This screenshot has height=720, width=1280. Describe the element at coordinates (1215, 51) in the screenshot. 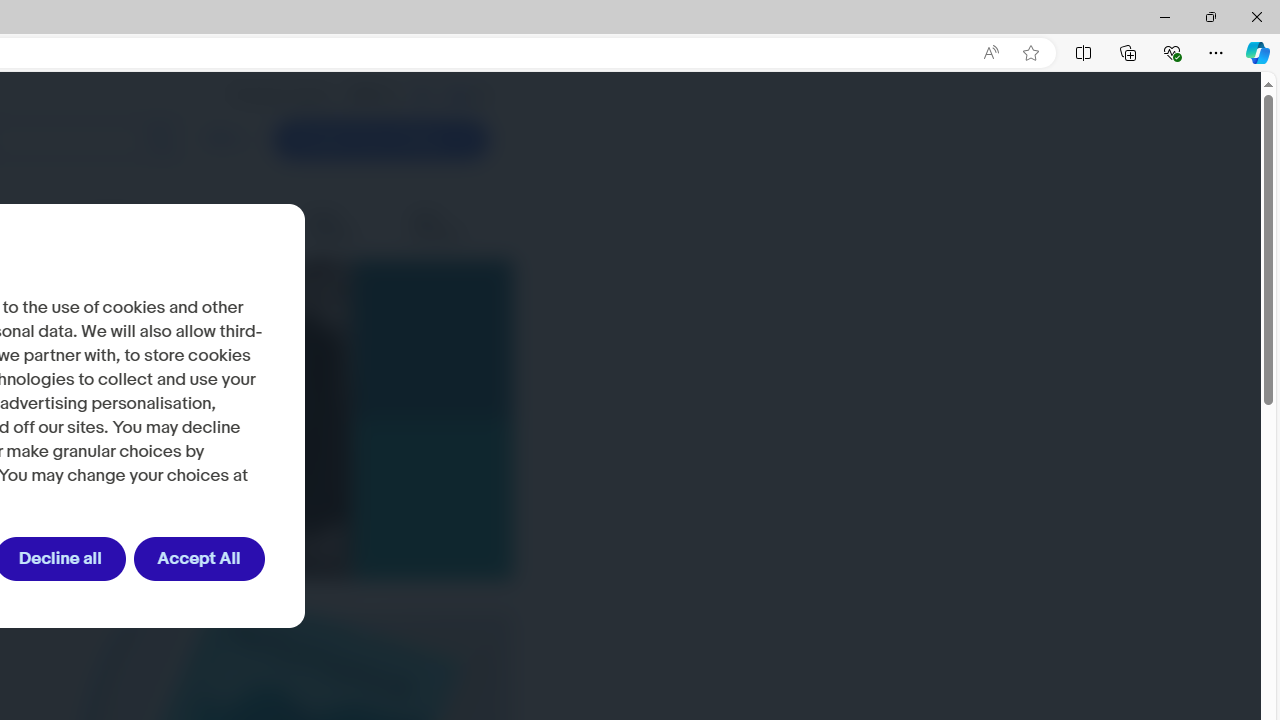

I see `'Settings and more (Alt+F)'` at that location.